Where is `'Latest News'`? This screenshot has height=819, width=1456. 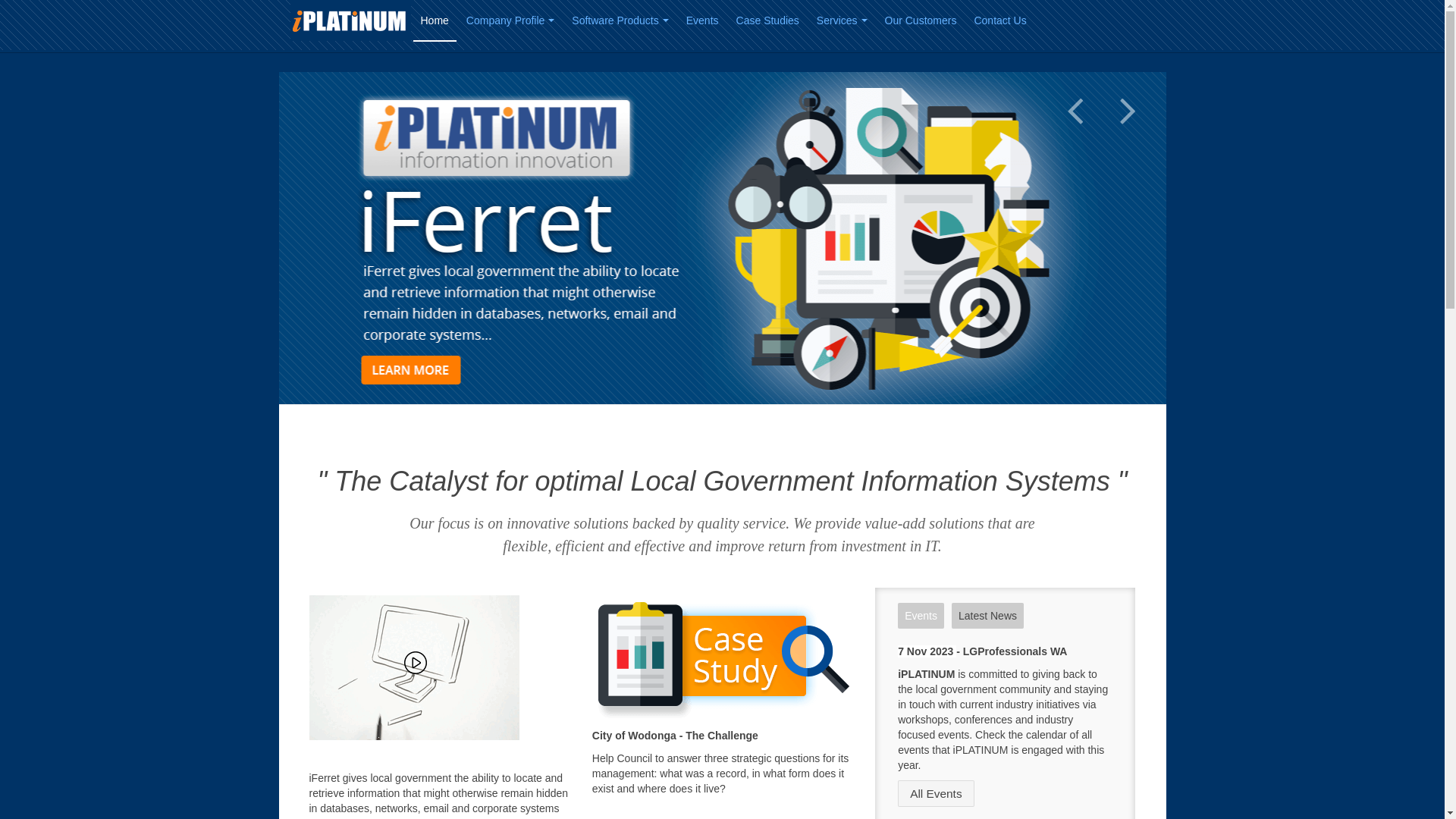 'Latest News' is located at coordinates (987, 616).